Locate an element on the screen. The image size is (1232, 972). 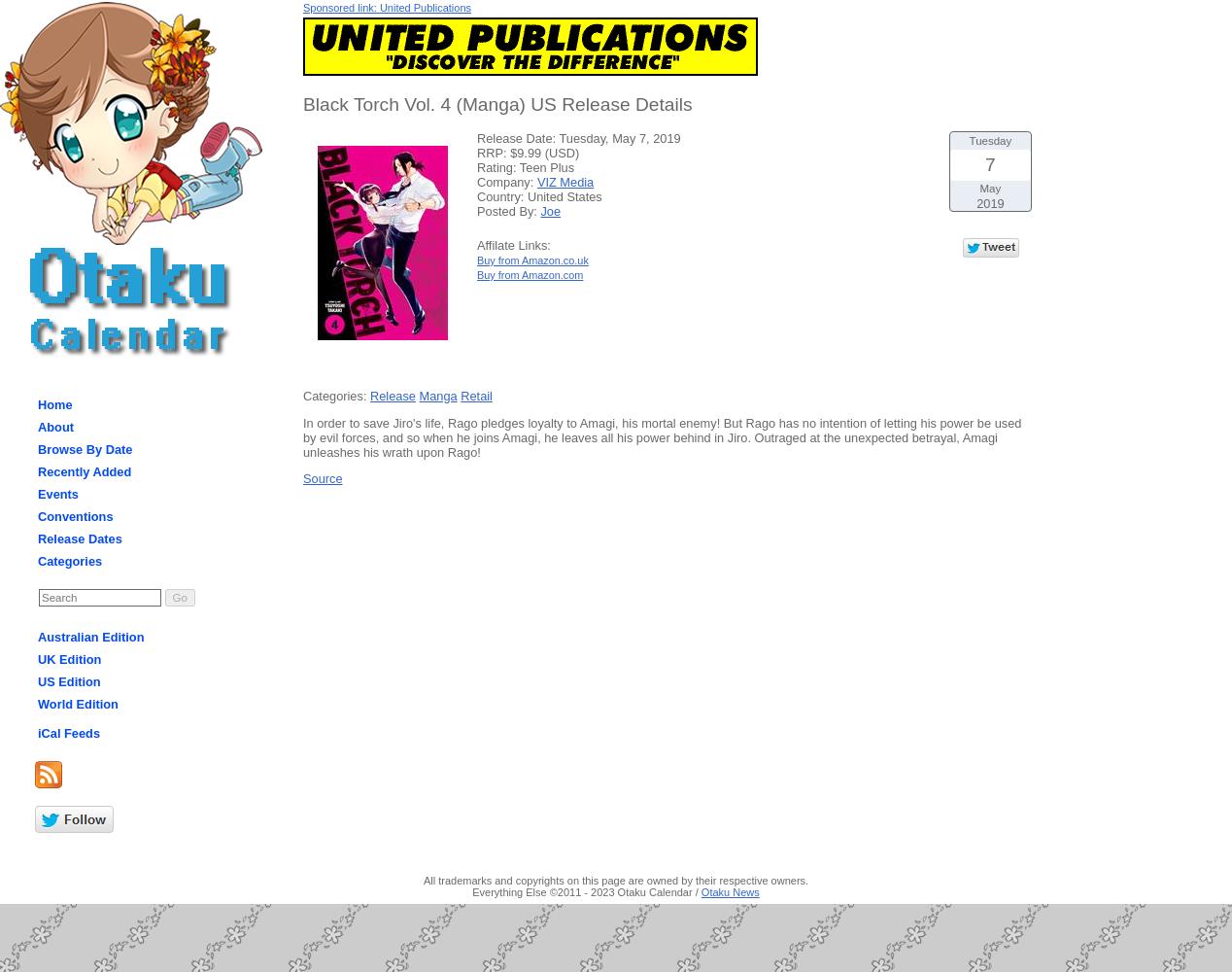
'2019' is located at coordinates (975, 201).